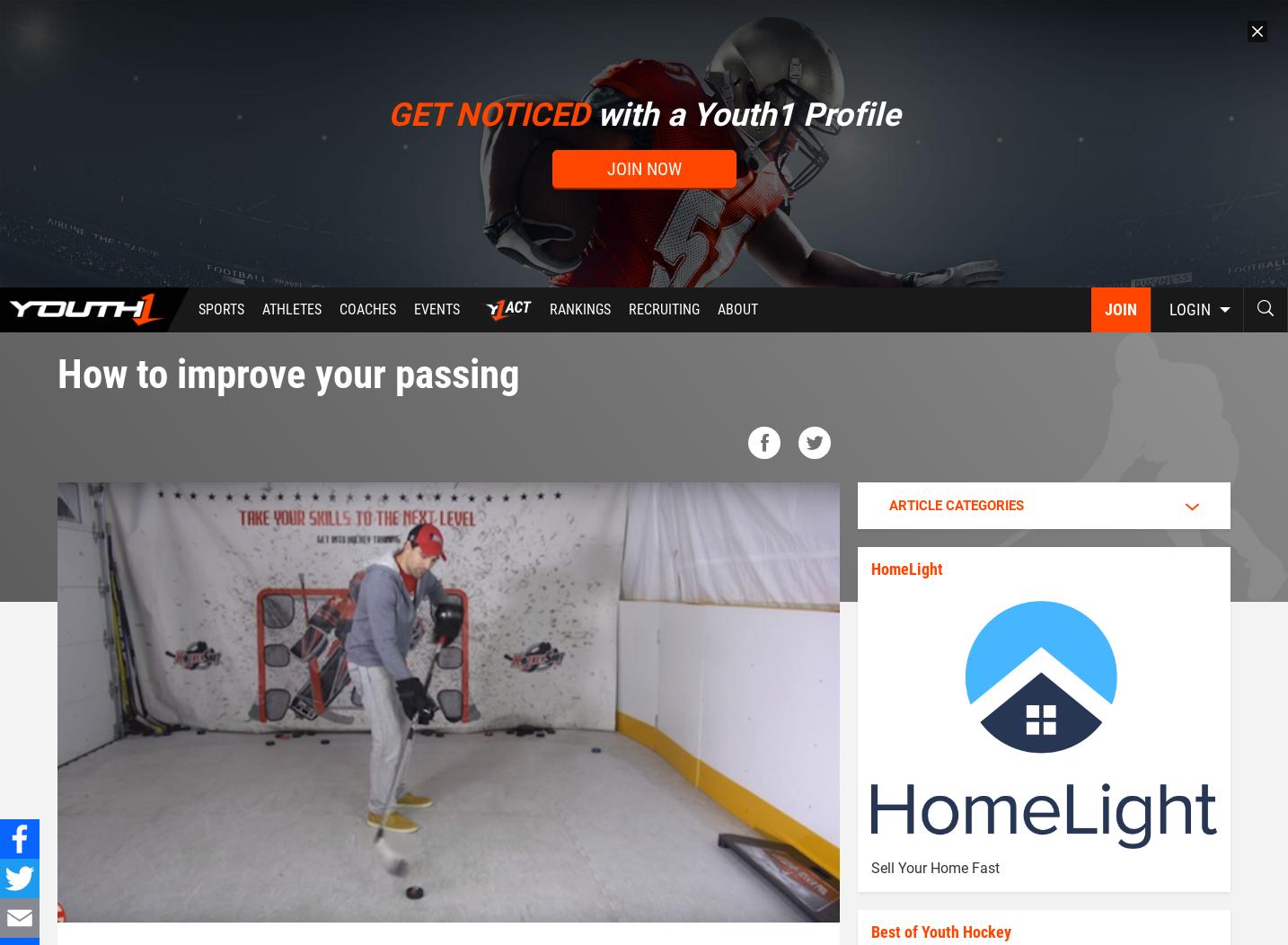 This screenshot has width=1288, height=945. What do you see at coordinates (643, 168) in the screenshot?
I see `'Join now'` at bounding box center [643, 168].